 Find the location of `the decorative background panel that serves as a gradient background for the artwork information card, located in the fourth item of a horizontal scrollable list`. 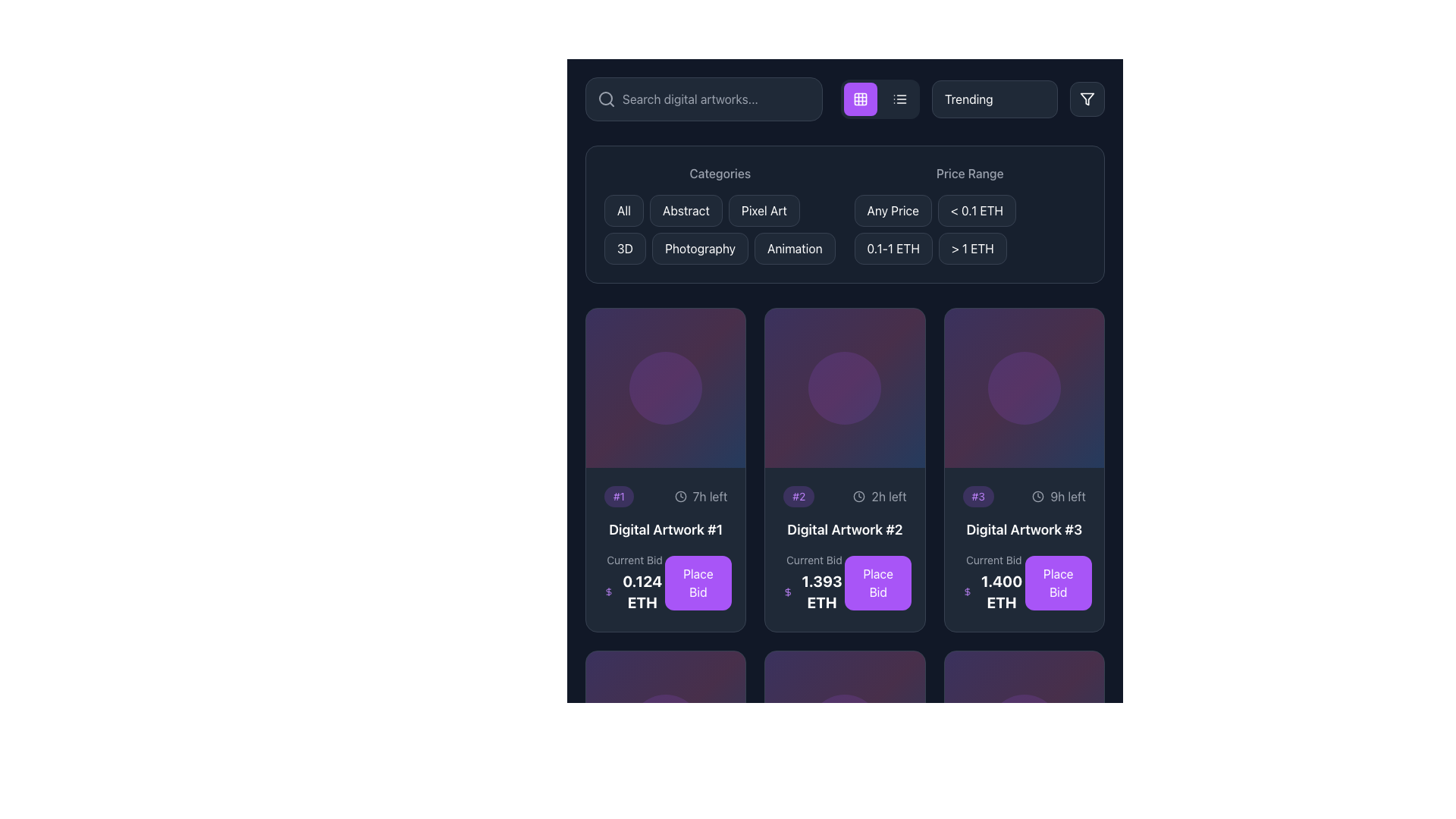

the decorative background panel that serves as a gradient background for the artwork information card, located in the fourth item of a horizontal scrollable list is located at coordinates (844, 730).